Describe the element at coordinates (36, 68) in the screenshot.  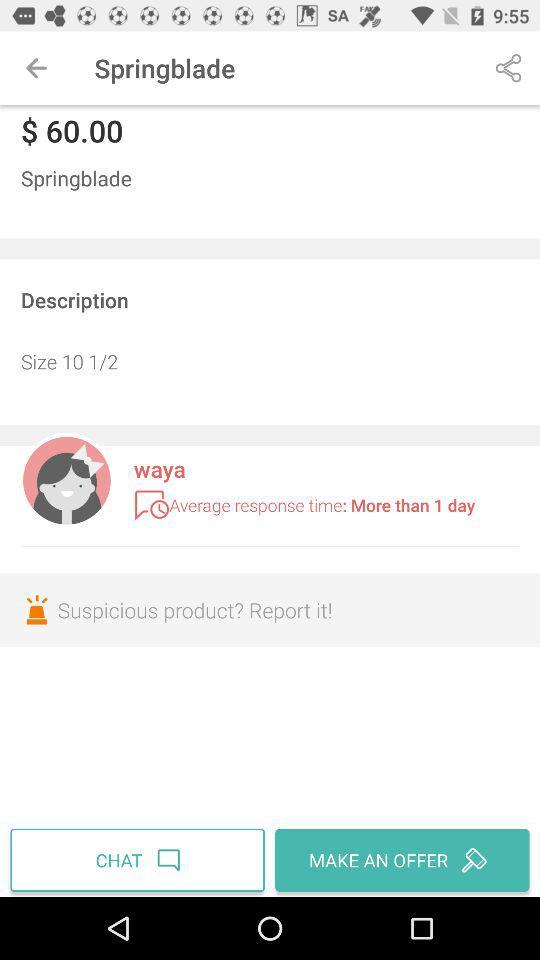
I see `item to the left of the springblade  icon` at that location.